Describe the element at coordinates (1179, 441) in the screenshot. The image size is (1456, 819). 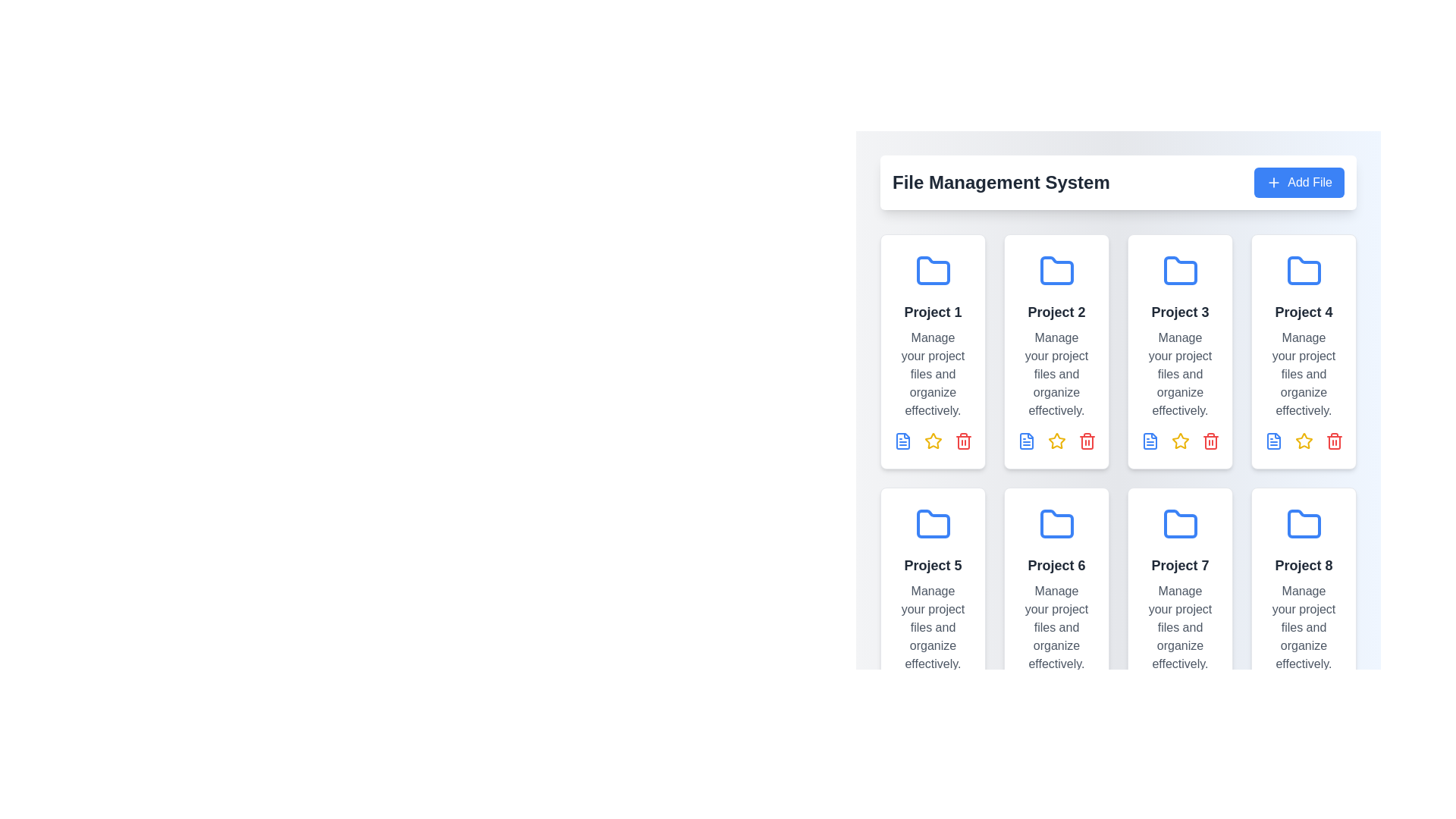
I see `the 'Favorite' icon button located within the 'Project 3' card` at that location.